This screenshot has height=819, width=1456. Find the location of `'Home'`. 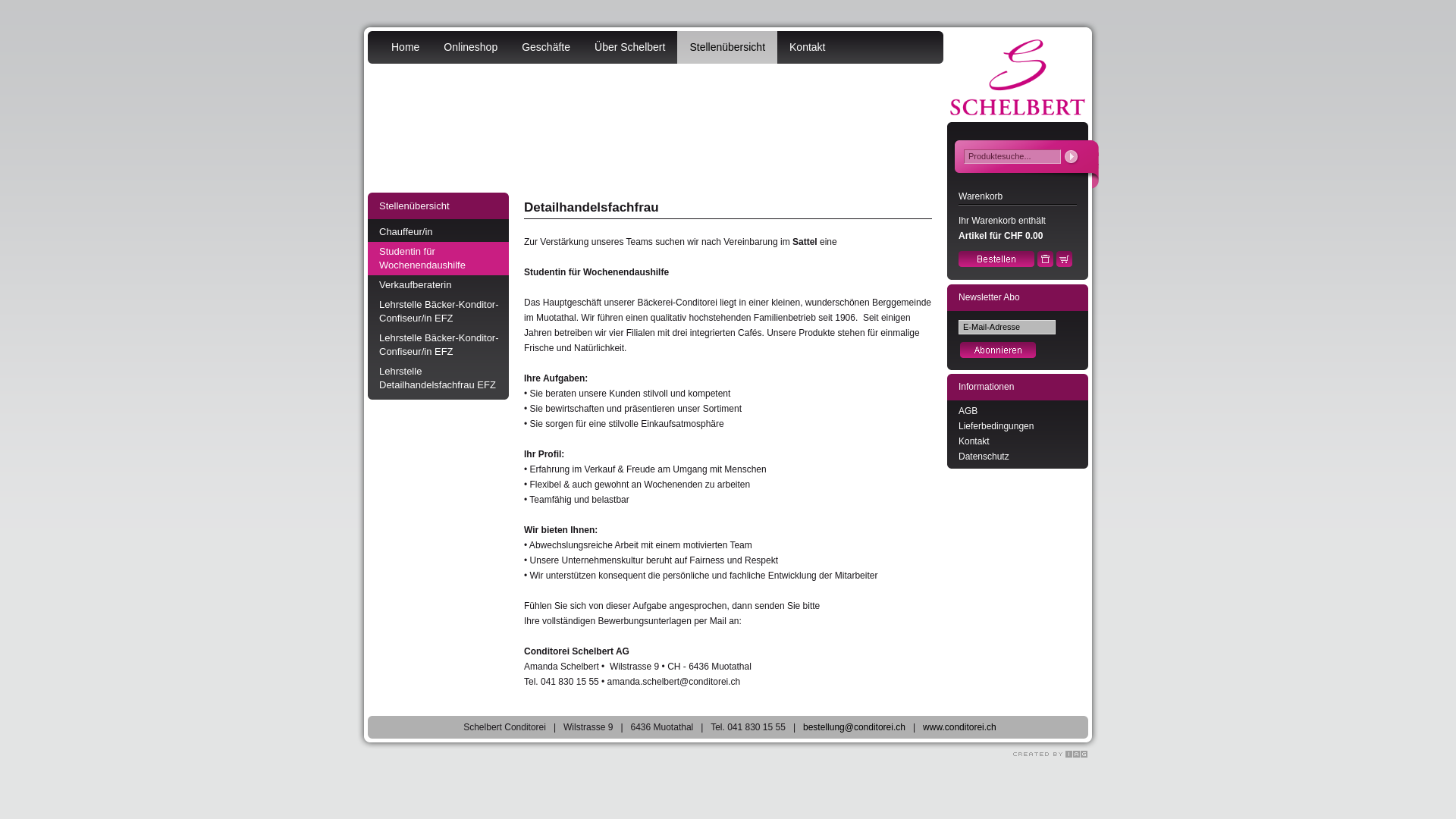

'Home' is located at coordinates (405, 46).